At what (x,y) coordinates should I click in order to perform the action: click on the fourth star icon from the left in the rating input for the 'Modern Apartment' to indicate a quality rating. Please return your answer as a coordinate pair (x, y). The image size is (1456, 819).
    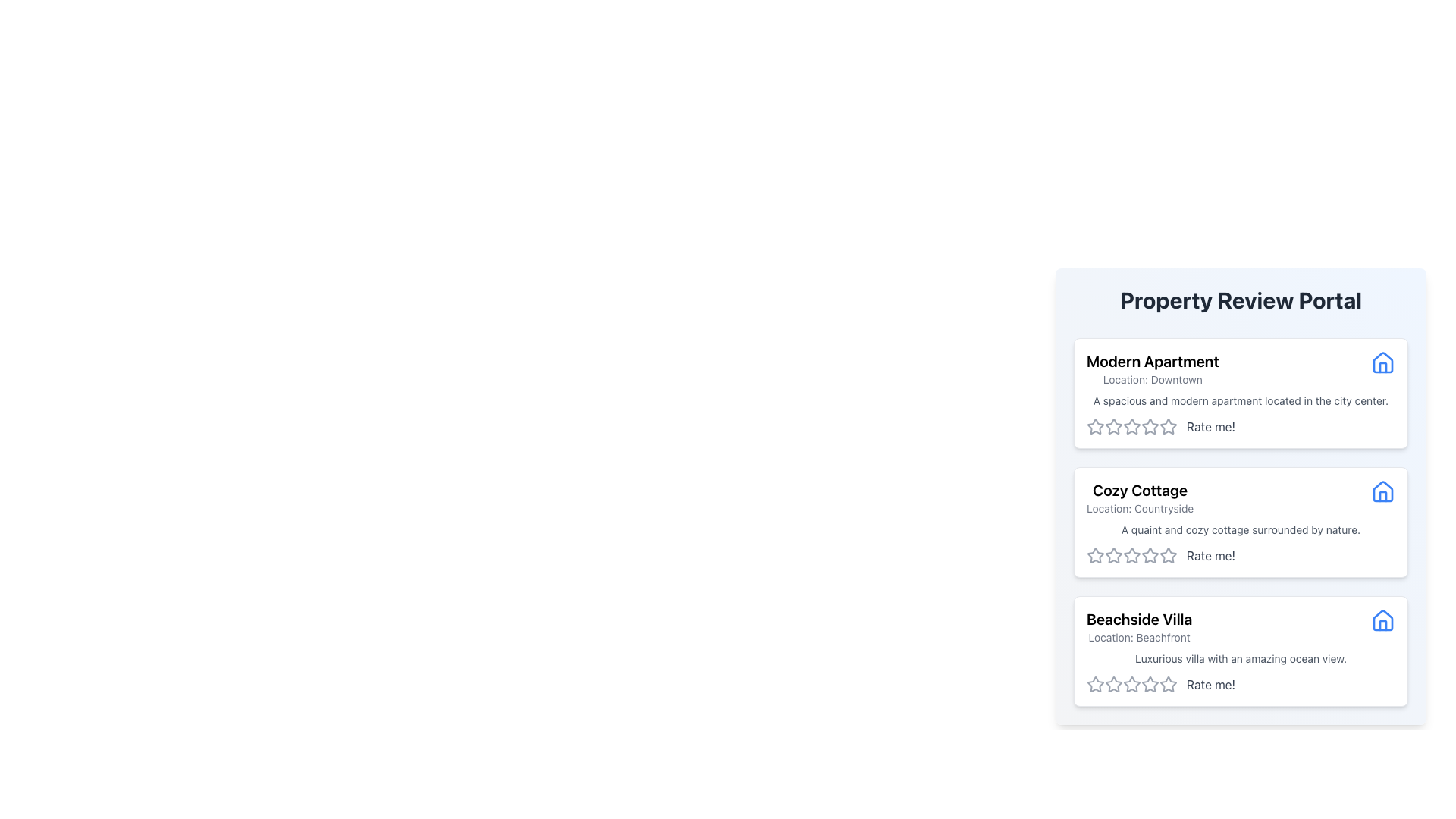
    Looking at the image, I should click on (1167, 426).